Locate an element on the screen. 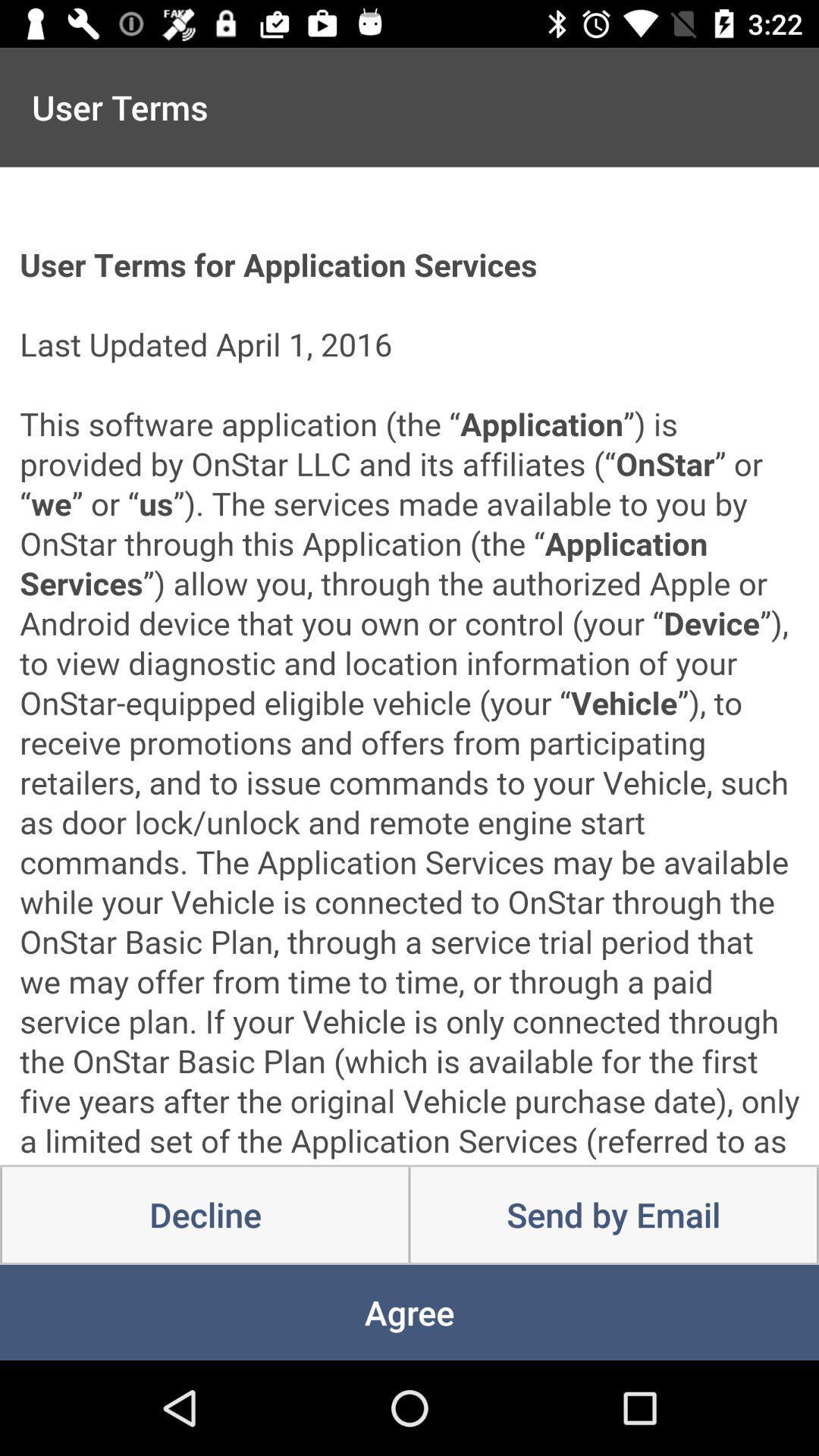 This screenshot has width=819, height=1456. icon to the left of the send by email icon is located at coordinates (205, 1215).